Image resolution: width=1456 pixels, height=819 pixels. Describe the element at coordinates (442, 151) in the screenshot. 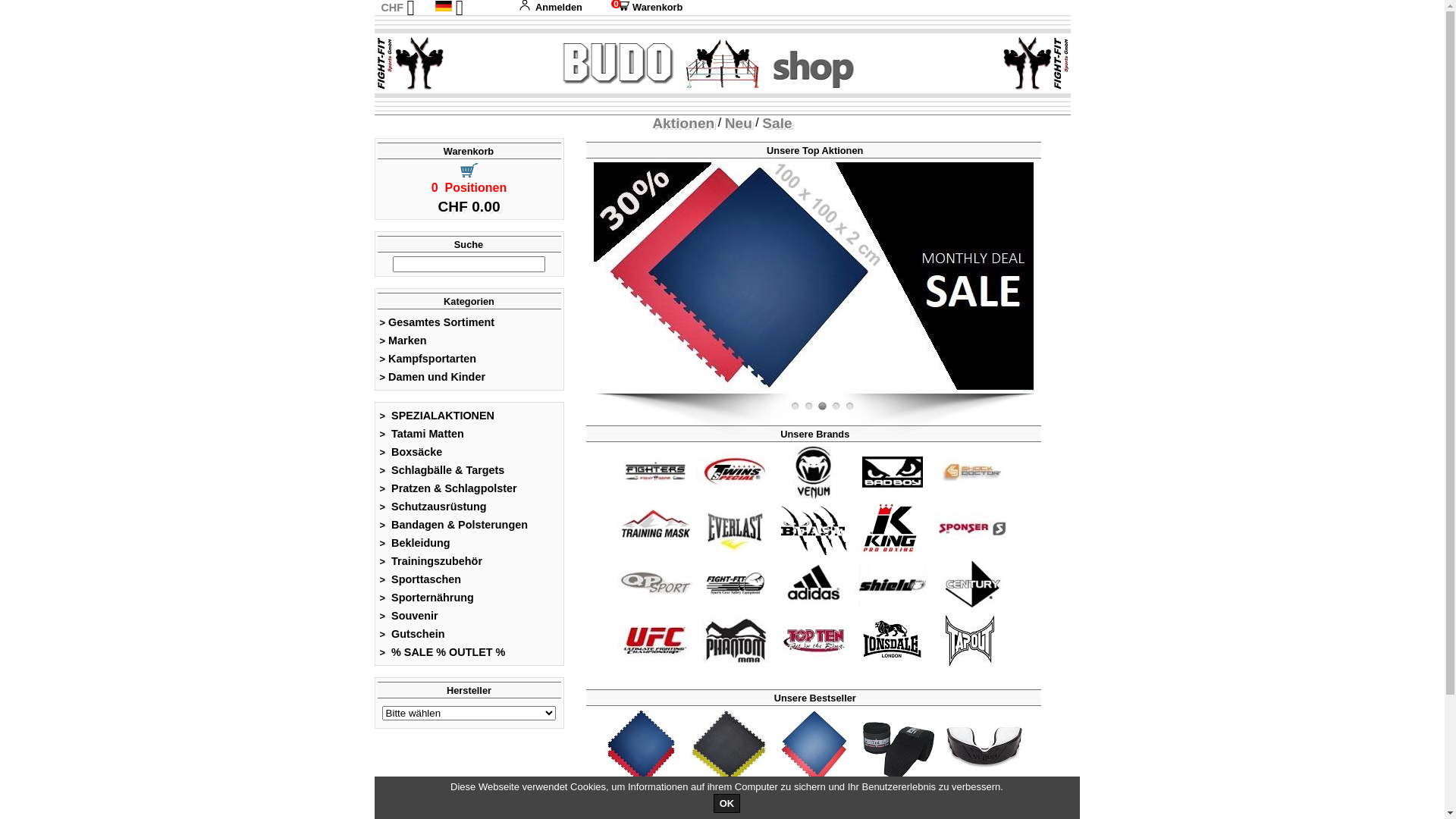

I see `'Warenkorb'` at that location.